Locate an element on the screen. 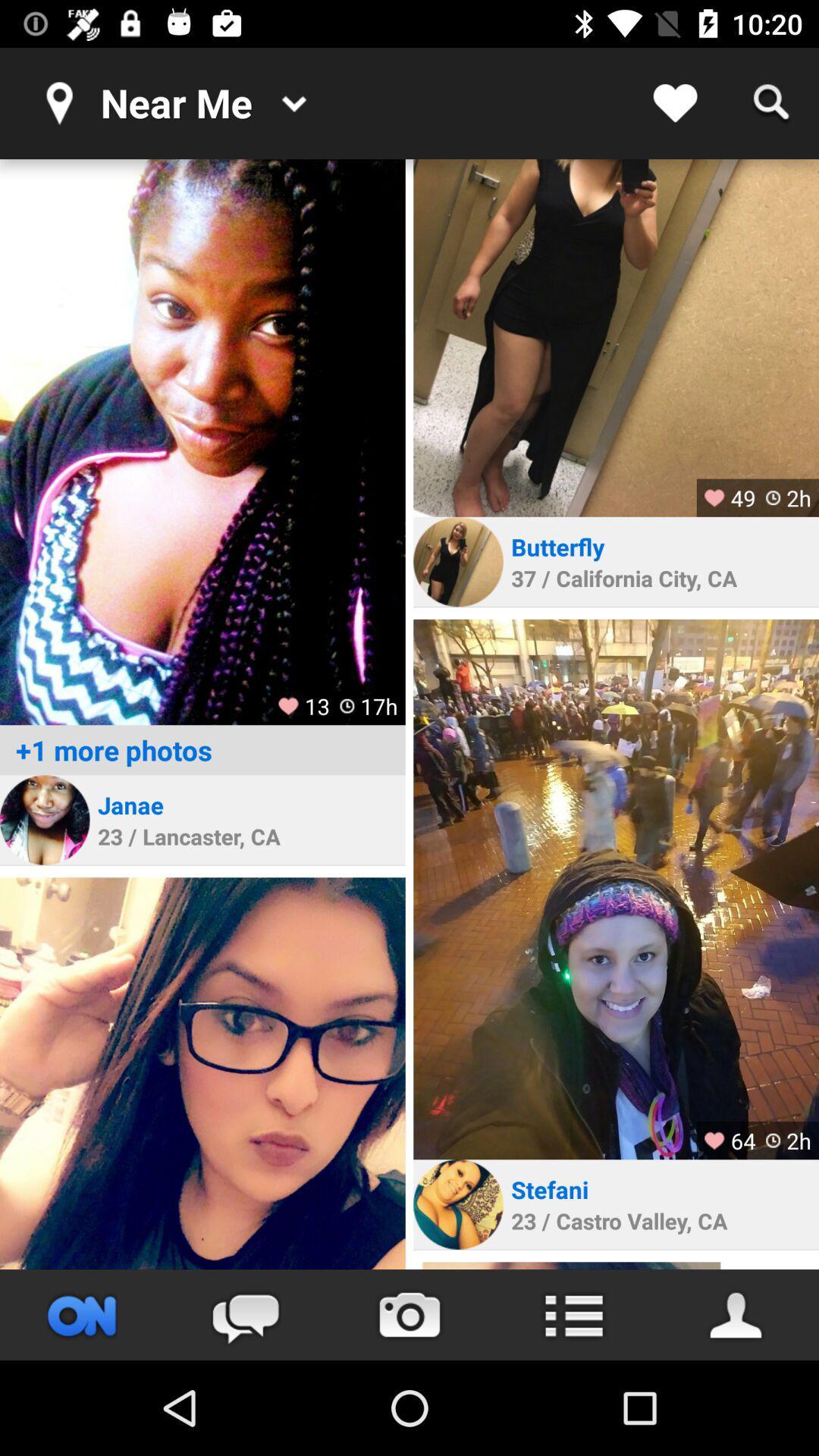  picture is located at coordinates (202, 1072).